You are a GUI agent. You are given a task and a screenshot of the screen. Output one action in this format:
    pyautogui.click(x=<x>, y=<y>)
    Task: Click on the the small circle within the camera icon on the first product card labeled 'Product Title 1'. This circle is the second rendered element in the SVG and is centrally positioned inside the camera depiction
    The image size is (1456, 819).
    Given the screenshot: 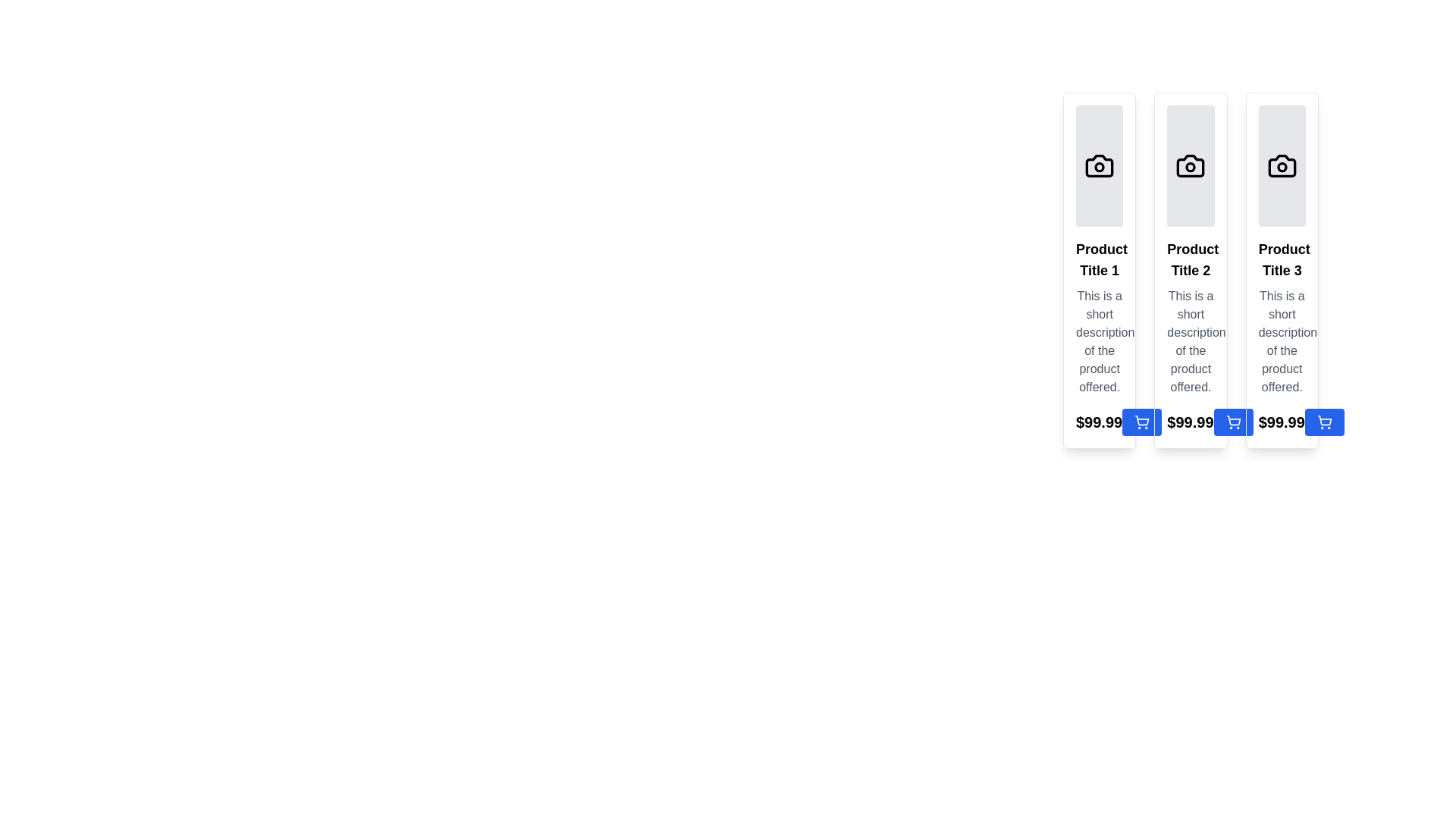 What is the action you would take?
    pyautogui.click(x=1100, y=167)
    